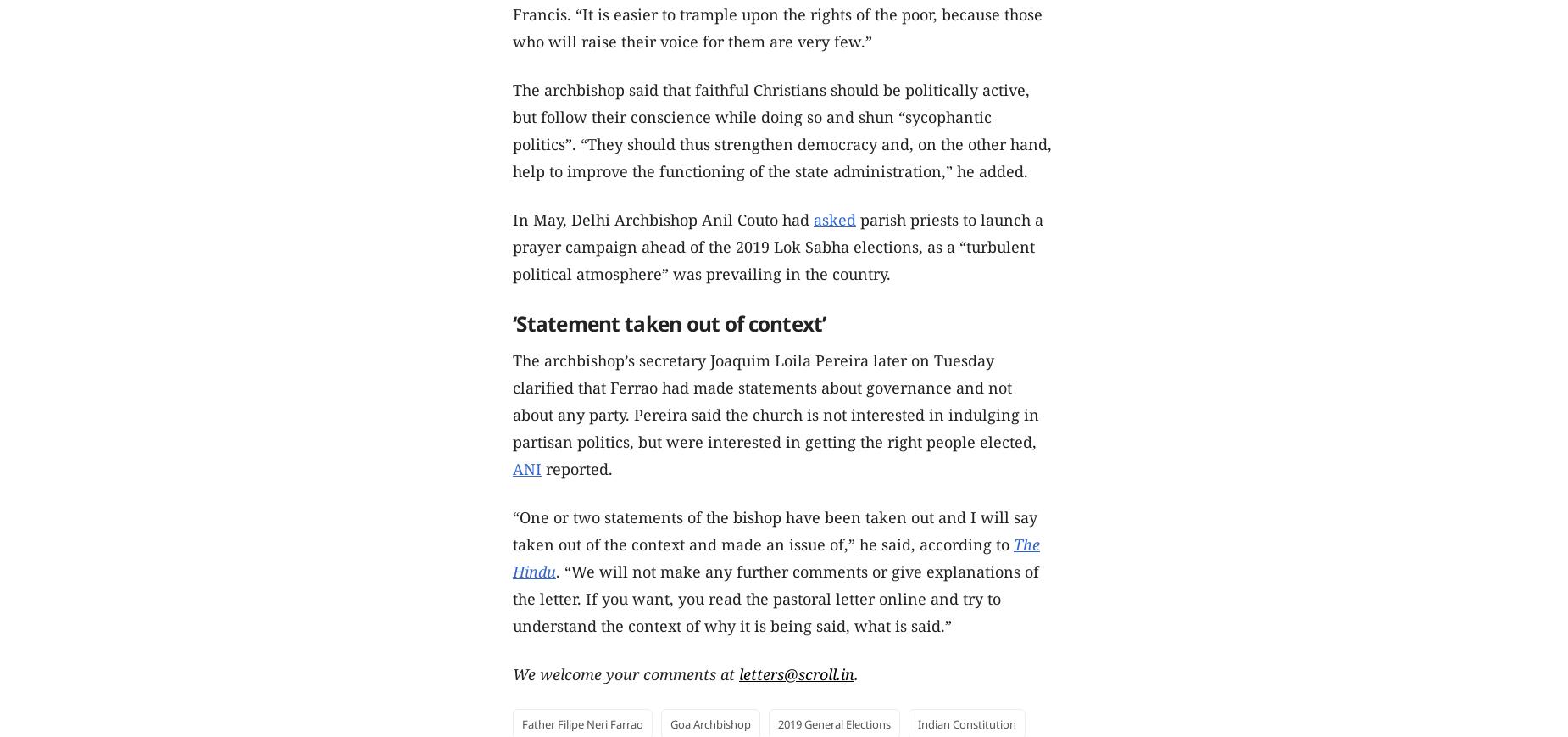  What do you see at coordinates (663, 218) in the screenshot?
I see `'In May, Delhi Archbishop Anil Couto had'` at bounding box center [663, 218].